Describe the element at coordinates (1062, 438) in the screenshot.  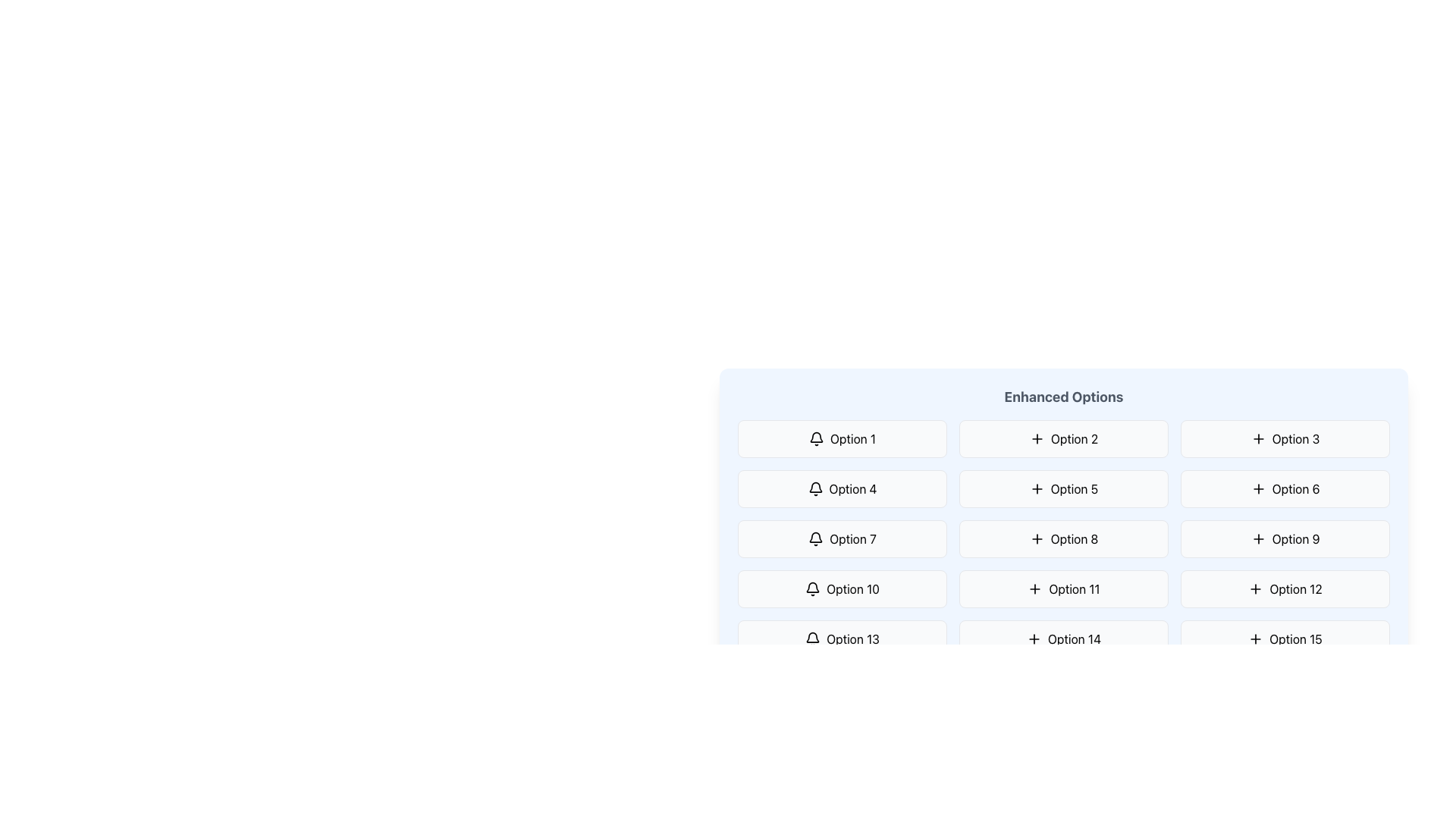
I see `the button labeled 'Option 2' located in the second column of the 'Enhanced Options' section` at that location.